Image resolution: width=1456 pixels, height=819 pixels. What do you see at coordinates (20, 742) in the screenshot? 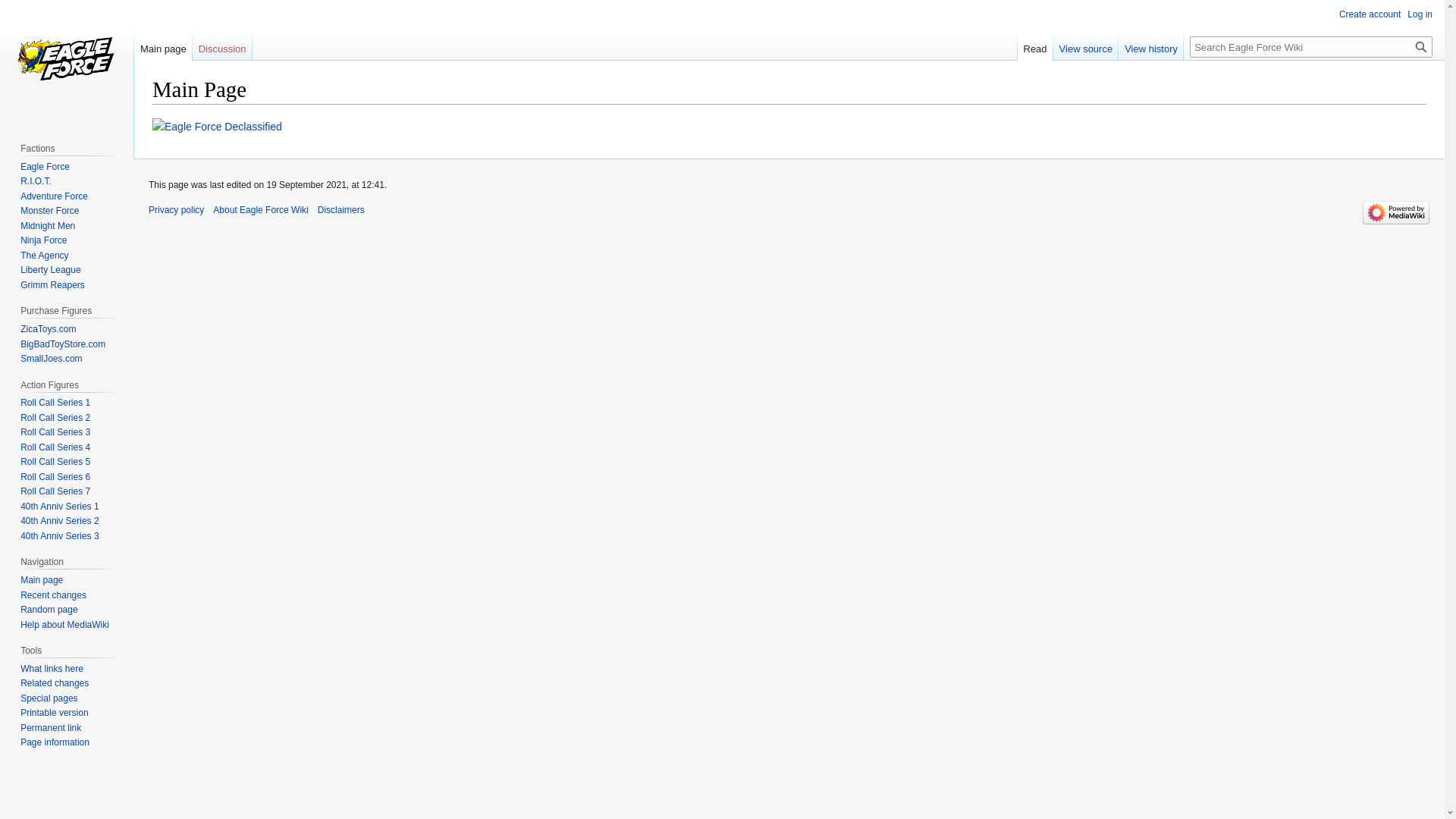
I see `'Page information'` at bounding box center [20, 742].